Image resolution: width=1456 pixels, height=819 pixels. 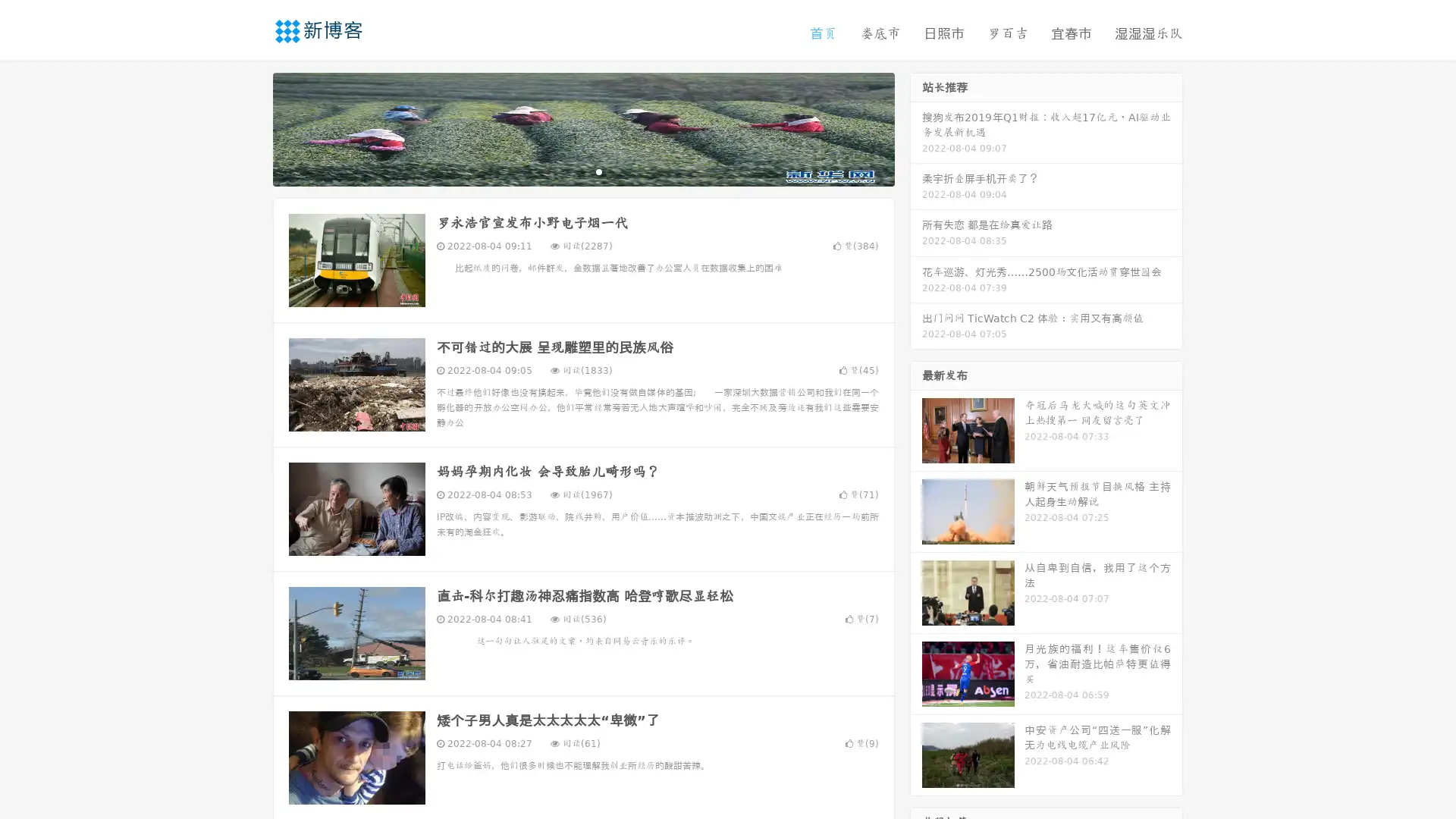 I want to click on Go to slide 2, so click(x=582, y=171).